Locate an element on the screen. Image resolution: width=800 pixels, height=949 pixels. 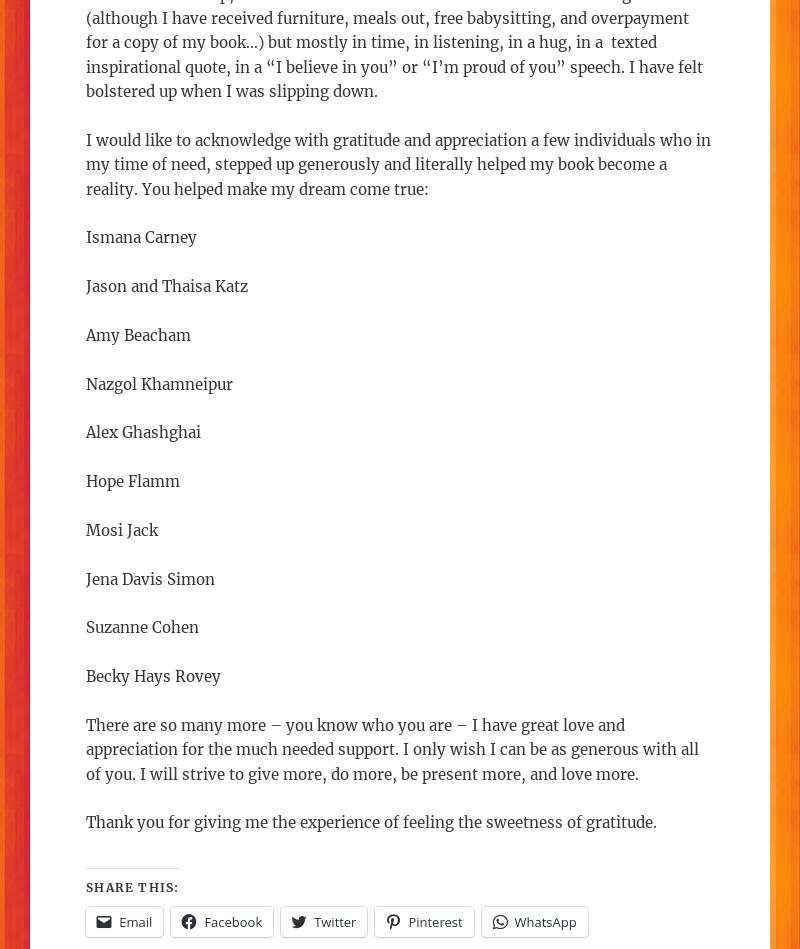
'Jena Davis Simon' is located at coordinates (86, 577).